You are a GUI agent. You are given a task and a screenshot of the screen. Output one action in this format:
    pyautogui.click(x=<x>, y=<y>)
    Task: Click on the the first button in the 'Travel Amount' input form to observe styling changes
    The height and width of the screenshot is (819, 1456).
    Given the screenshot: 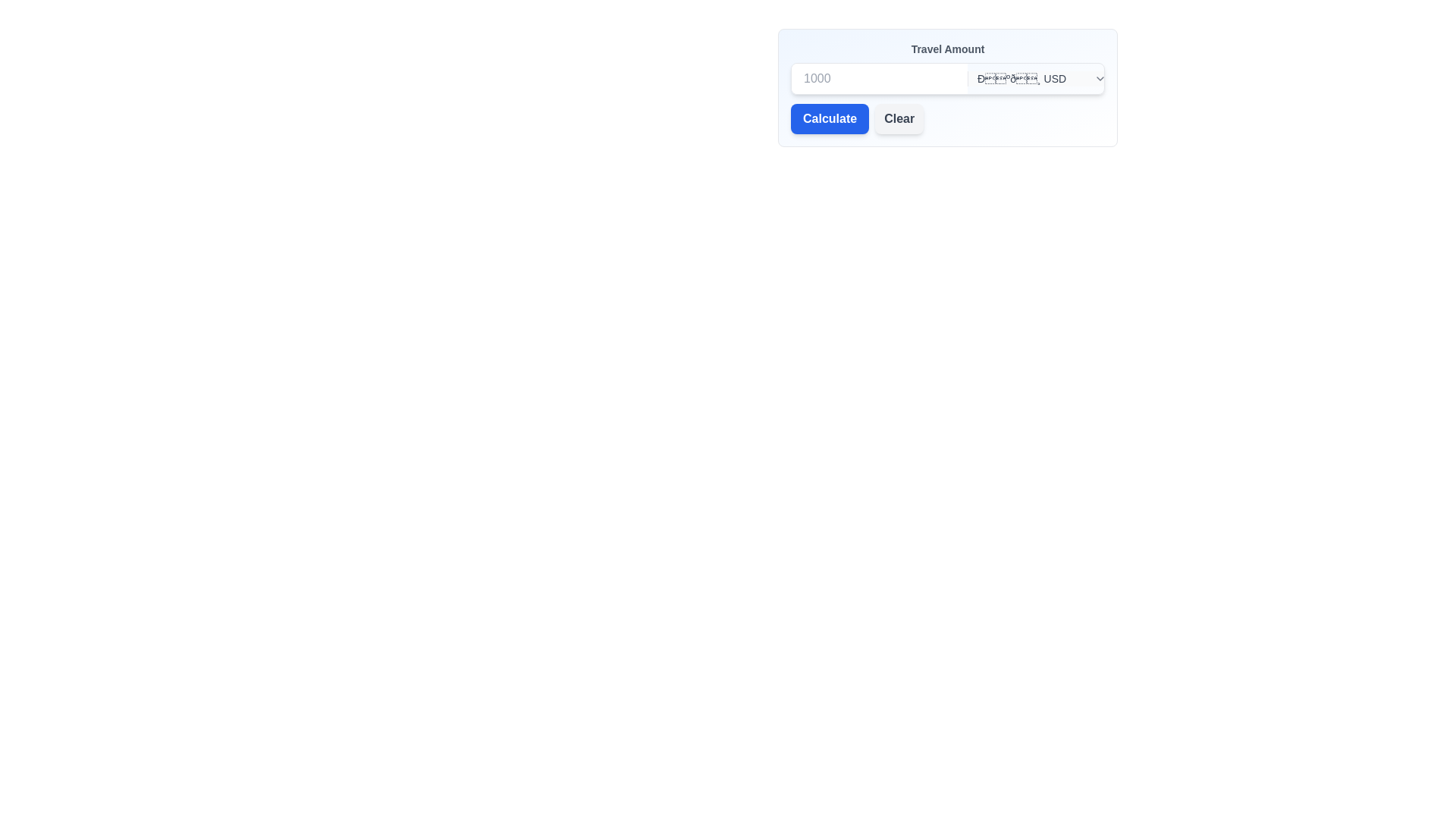 What is the action you would take?
    pyautogui.click(x=829, y=118)
    